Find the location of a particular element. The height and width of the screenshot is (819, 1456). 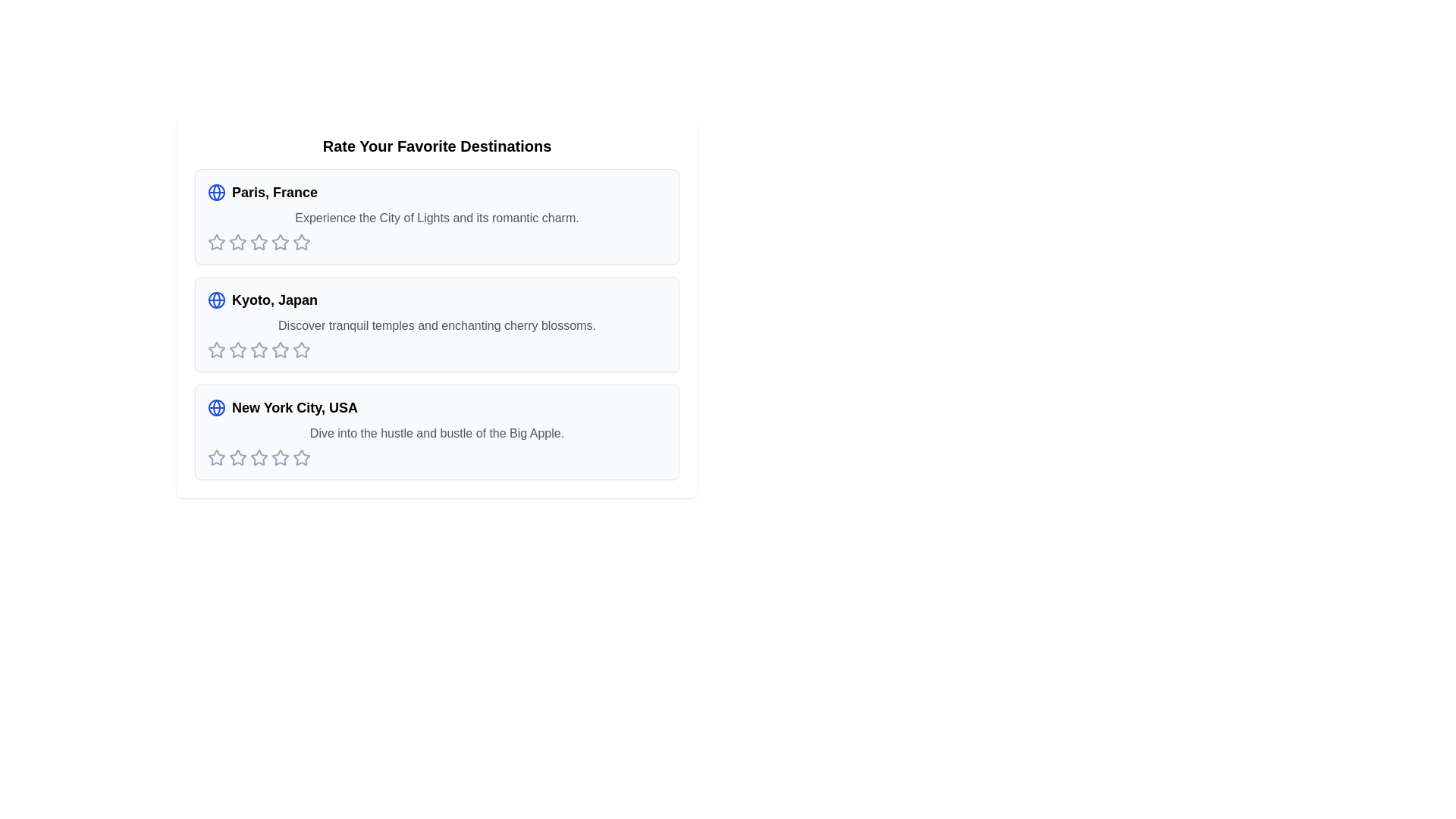

the destination name text located at the top-left corner of the list beside the blue-colored globe icon to highlight it is located at coordinates (275, 192).